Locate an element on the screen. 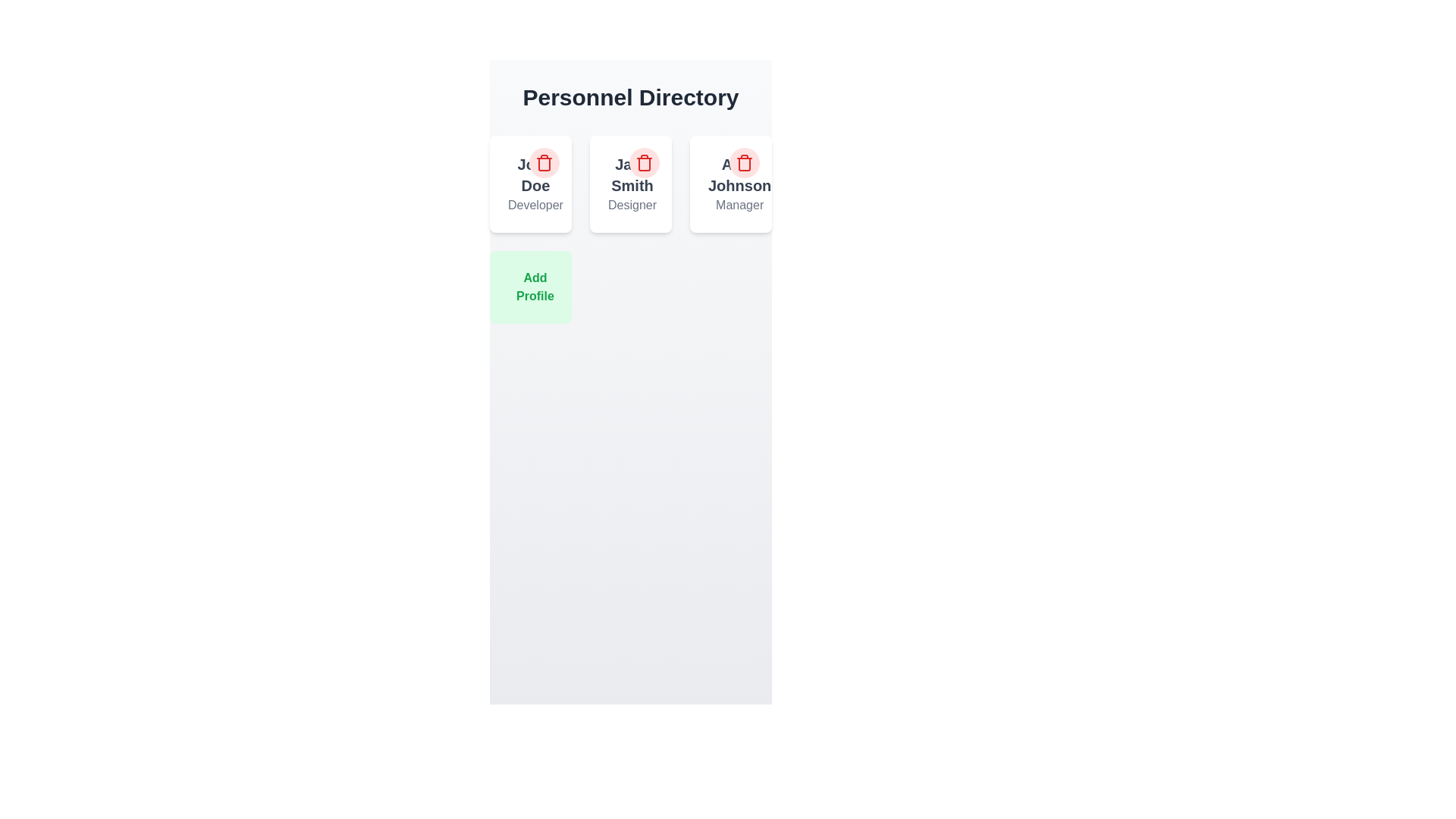 The width and height of the screenshot is (1456, 819). text label displaying 'Developer' located below the name 'John Doe' on the leftmost card in the three-card layout is located at coordinates (535, 205).